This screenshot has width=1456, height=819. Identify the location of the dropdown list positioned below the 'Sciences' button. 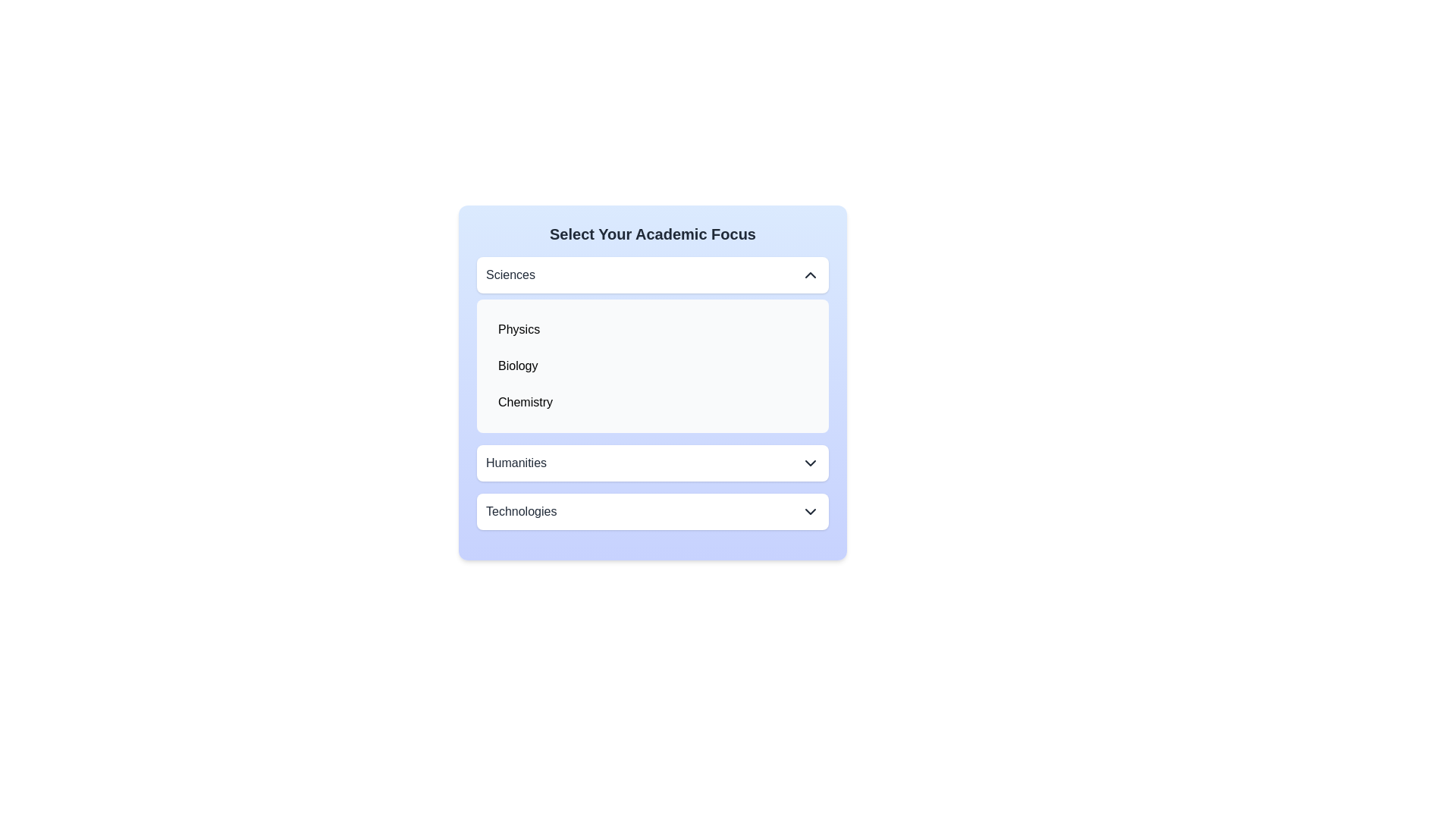
(652, 366).